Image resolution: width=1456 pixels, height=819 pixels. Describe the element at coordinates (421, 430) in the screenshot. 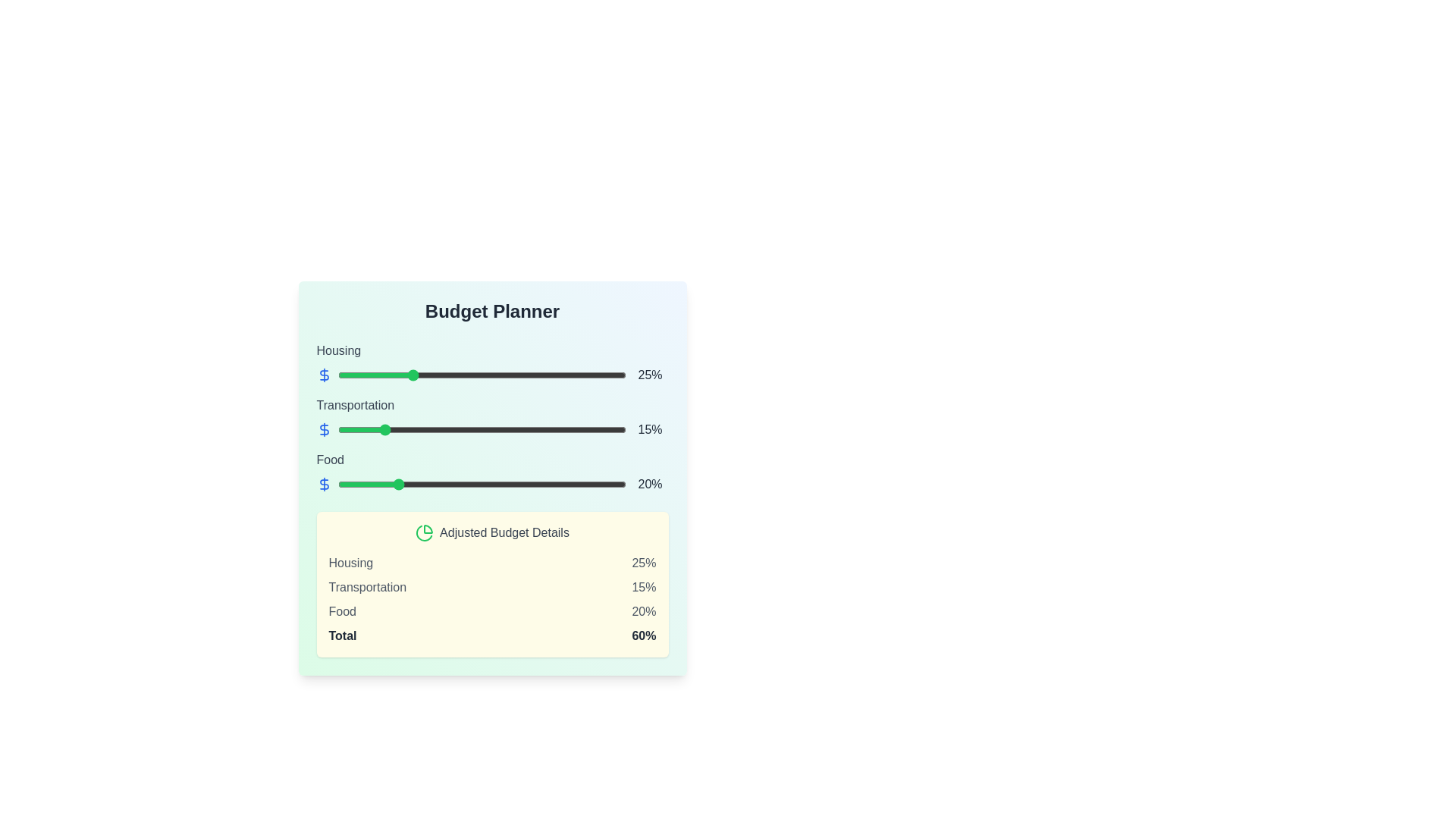

I see `transportation budget percentage` at that location.